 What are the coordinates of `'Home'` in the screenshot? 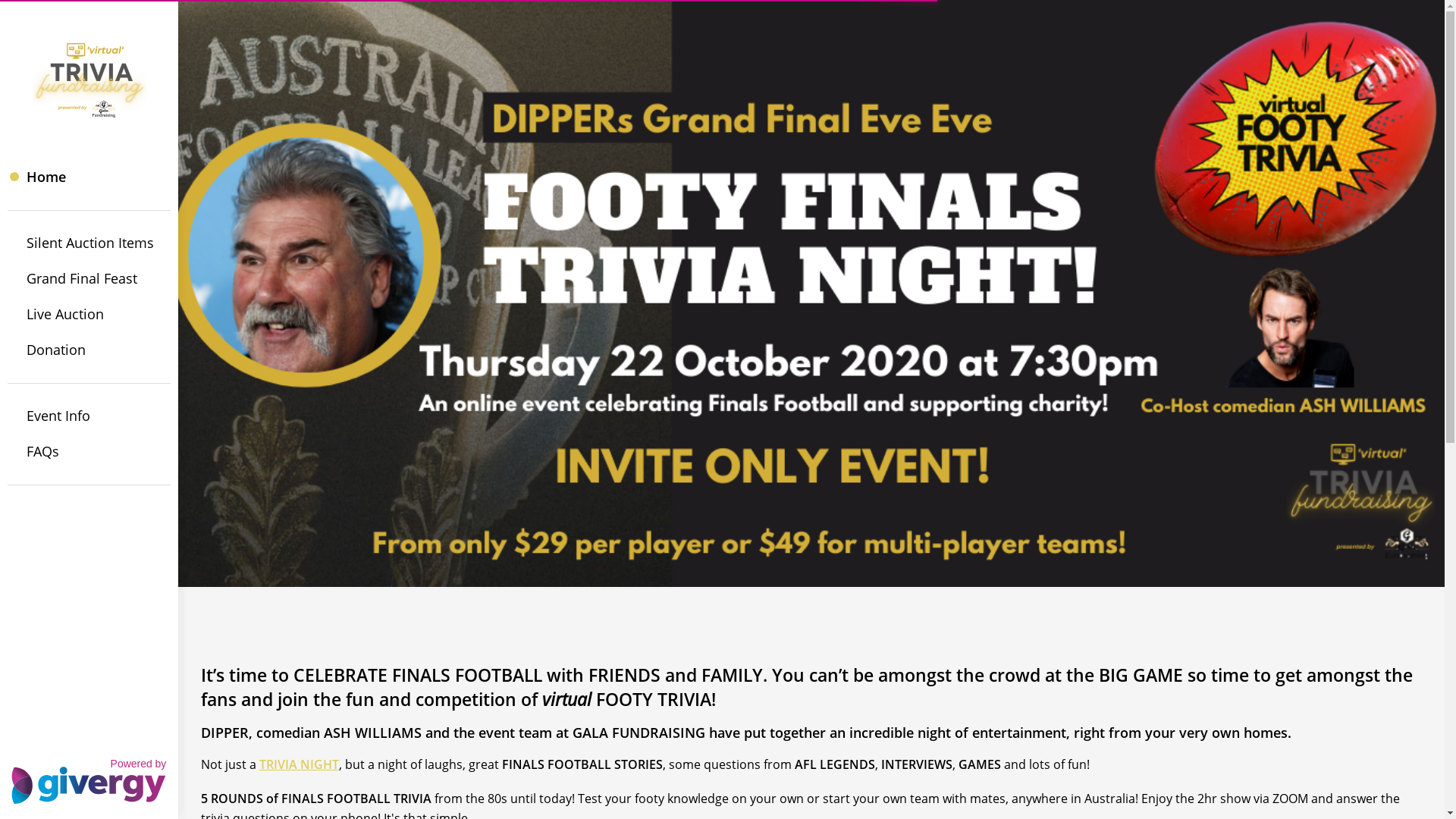 It's located at (88, 176).